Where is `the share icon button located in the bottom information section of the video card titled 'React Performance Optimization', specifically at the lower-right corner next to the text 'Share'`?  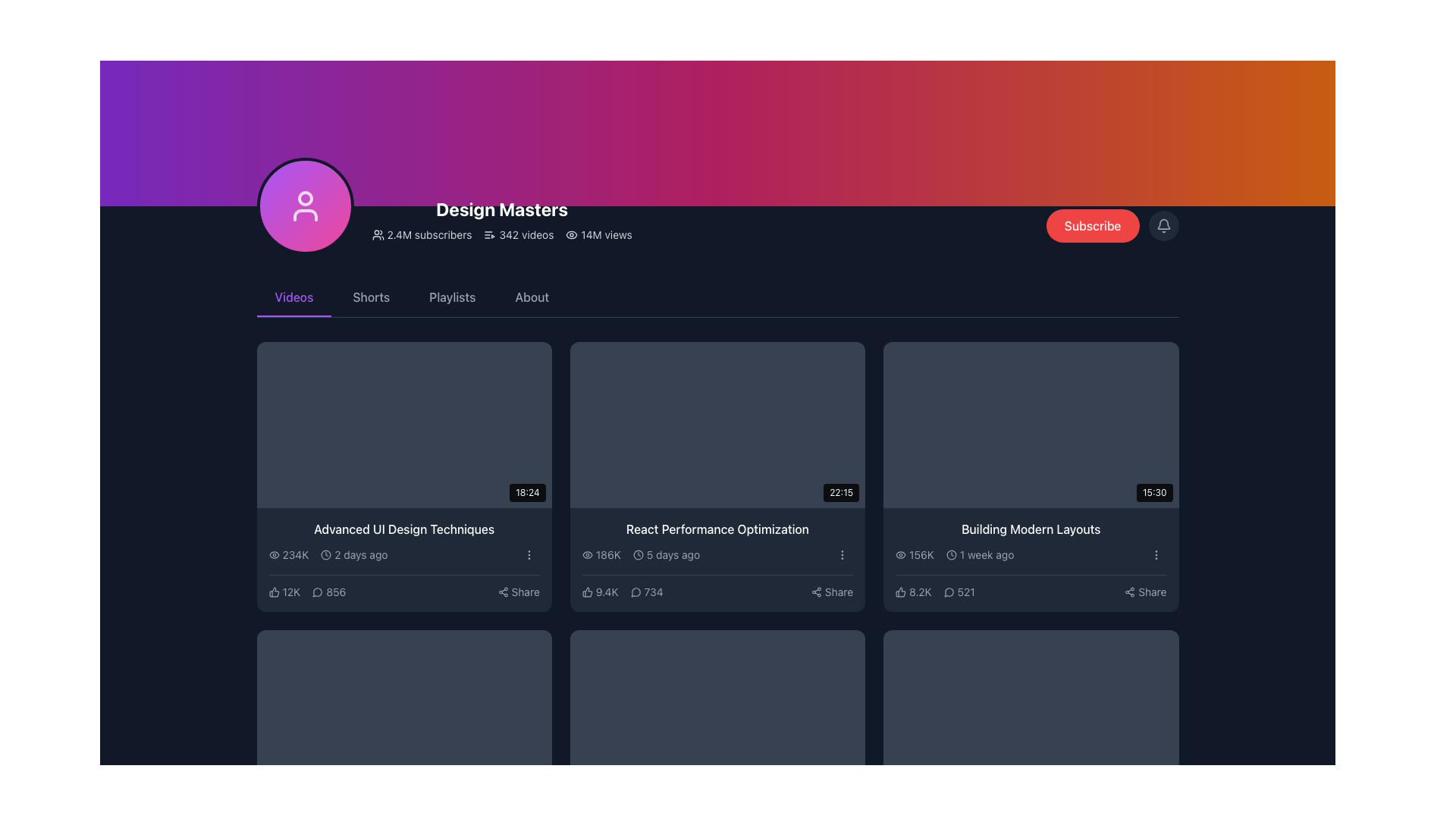 the share icon button located in the bottom information section of the video card titled 'React Performance Optimization', specifically at the lower-right corner next to the text 'Share' is located at coordinates (815, 591).